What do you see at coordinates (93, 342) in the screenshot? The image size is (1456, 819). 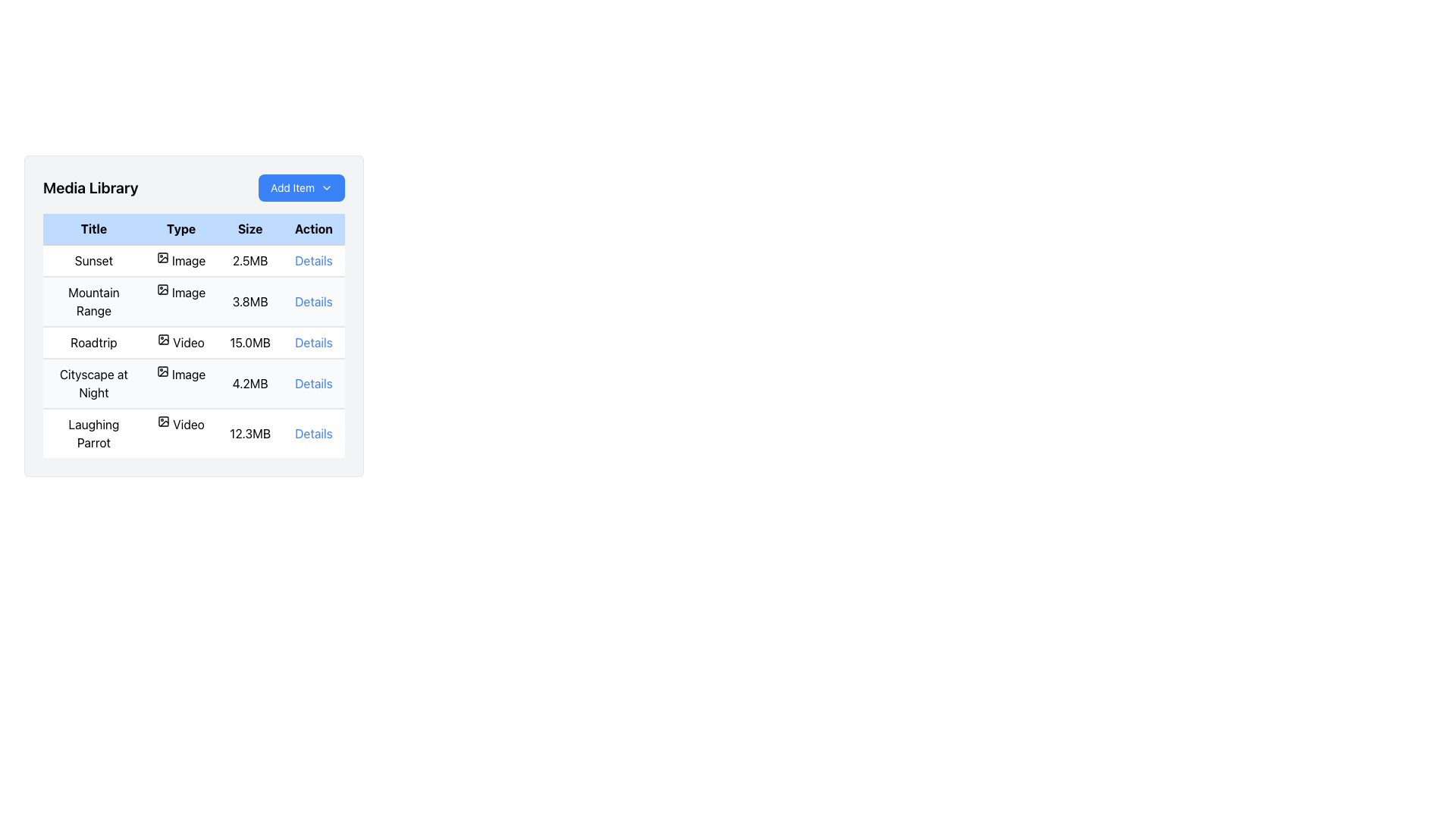 I see `the text label indicating the title of a media file in the third row of the table under the 'Title' column` at bounding box center [93, 342].